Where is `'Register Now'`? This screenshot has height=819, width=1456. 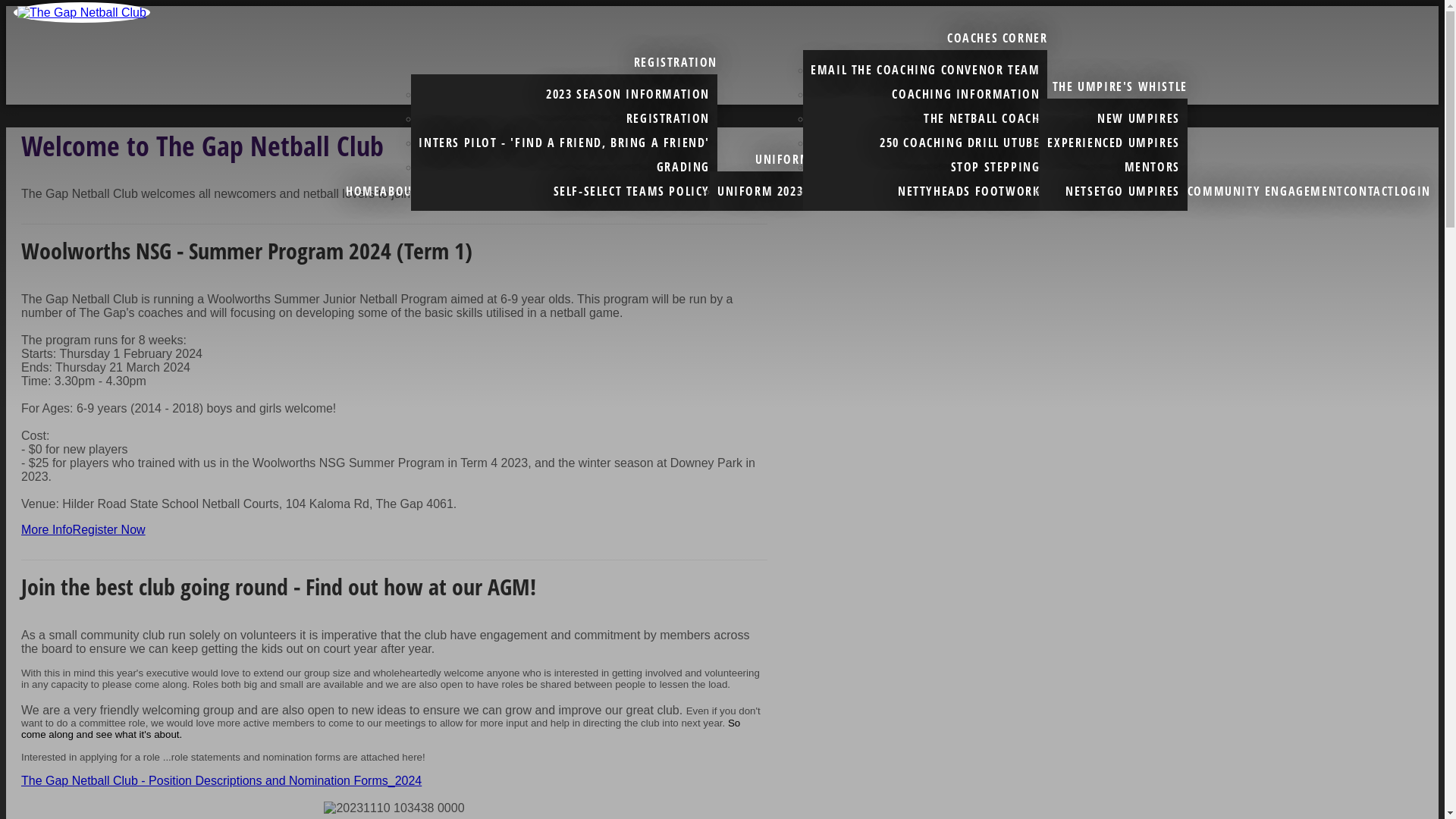
'Register Now' is located at coordinates (108, 529).